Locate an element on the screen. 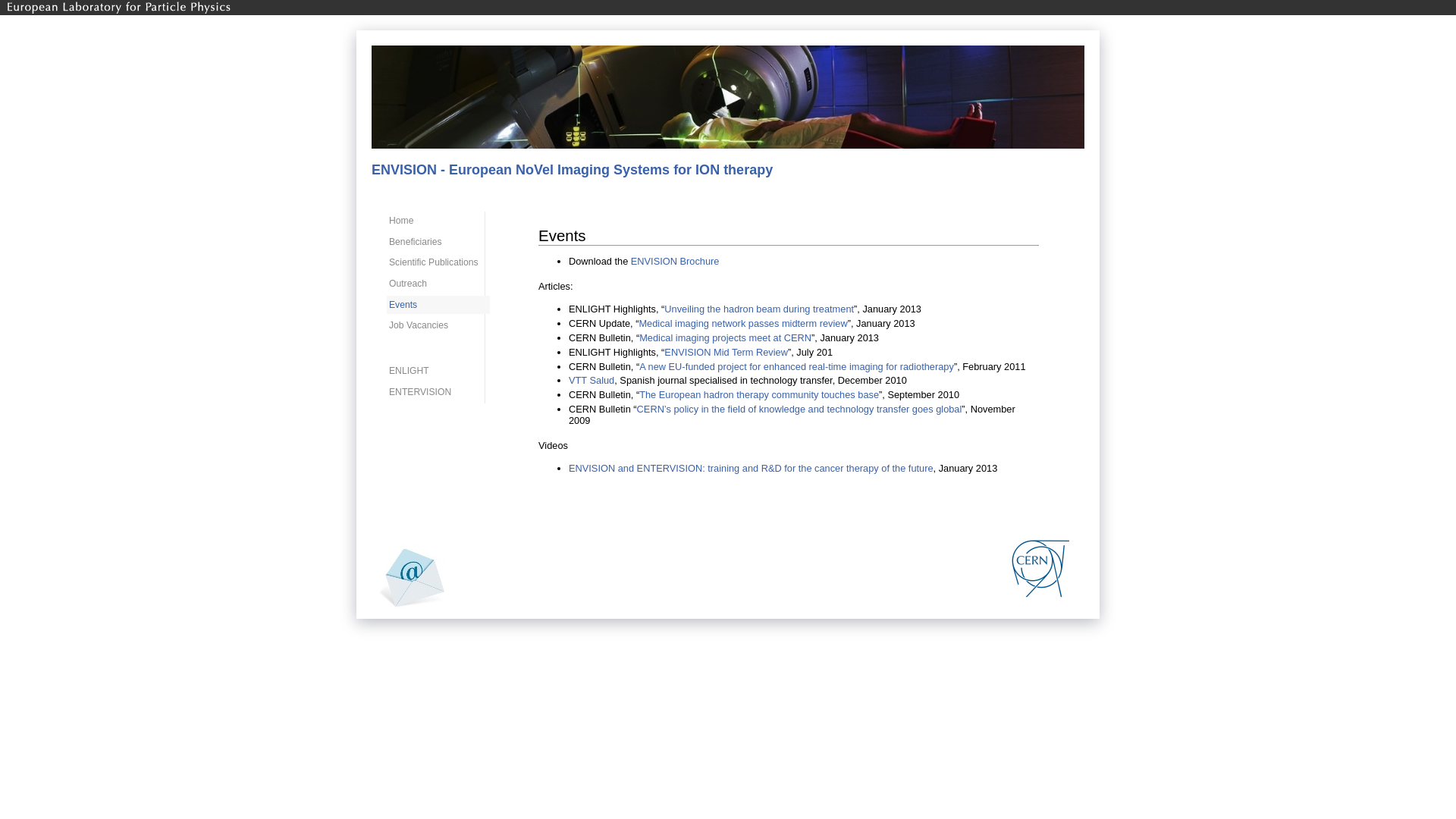  'ENVISION Mid Term Review' is located at coordinates (725, 352).